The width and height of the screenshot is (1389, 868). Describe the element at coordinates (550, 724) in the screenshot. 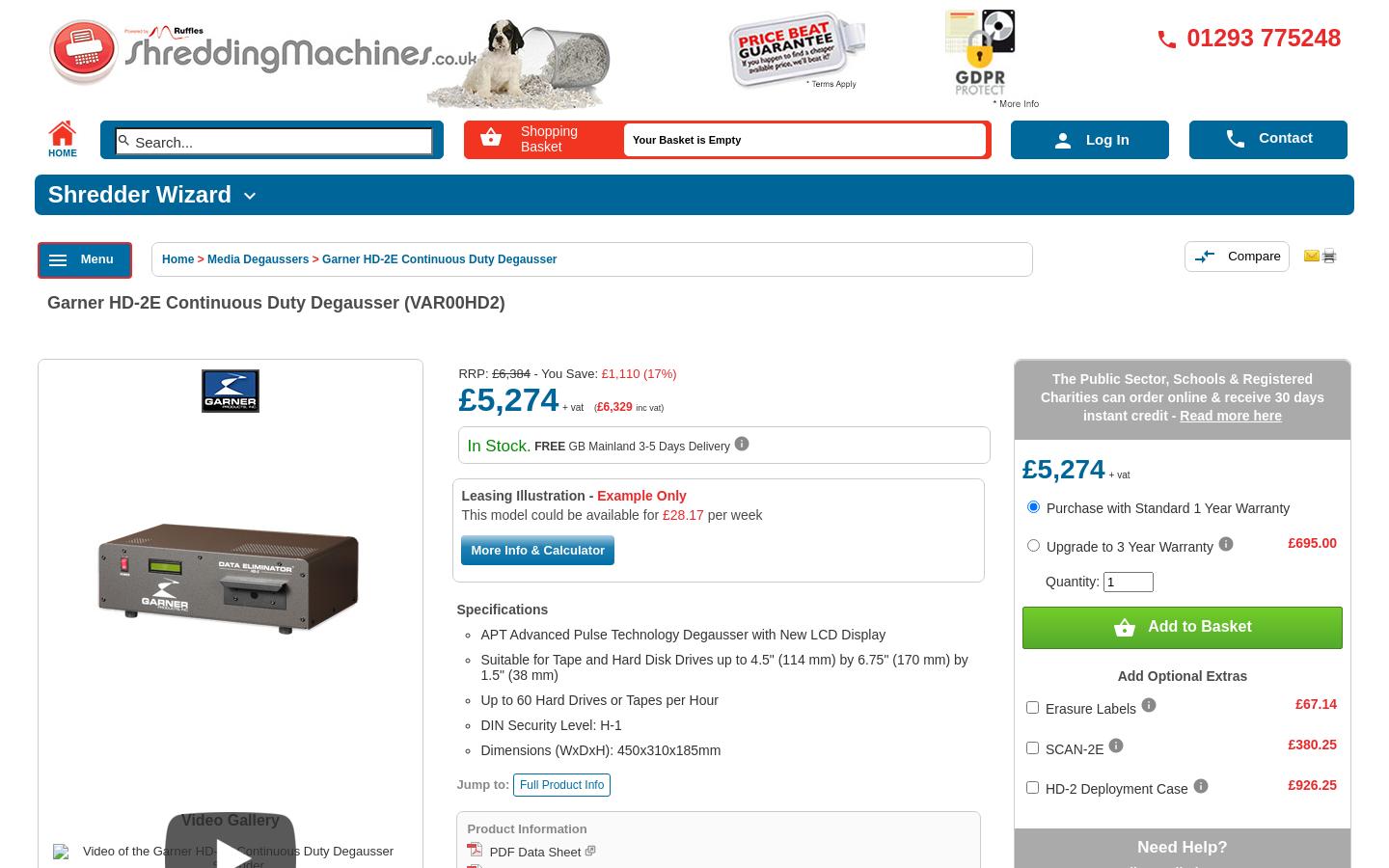

I see `'DIN Security Level: H-1'` at that location.